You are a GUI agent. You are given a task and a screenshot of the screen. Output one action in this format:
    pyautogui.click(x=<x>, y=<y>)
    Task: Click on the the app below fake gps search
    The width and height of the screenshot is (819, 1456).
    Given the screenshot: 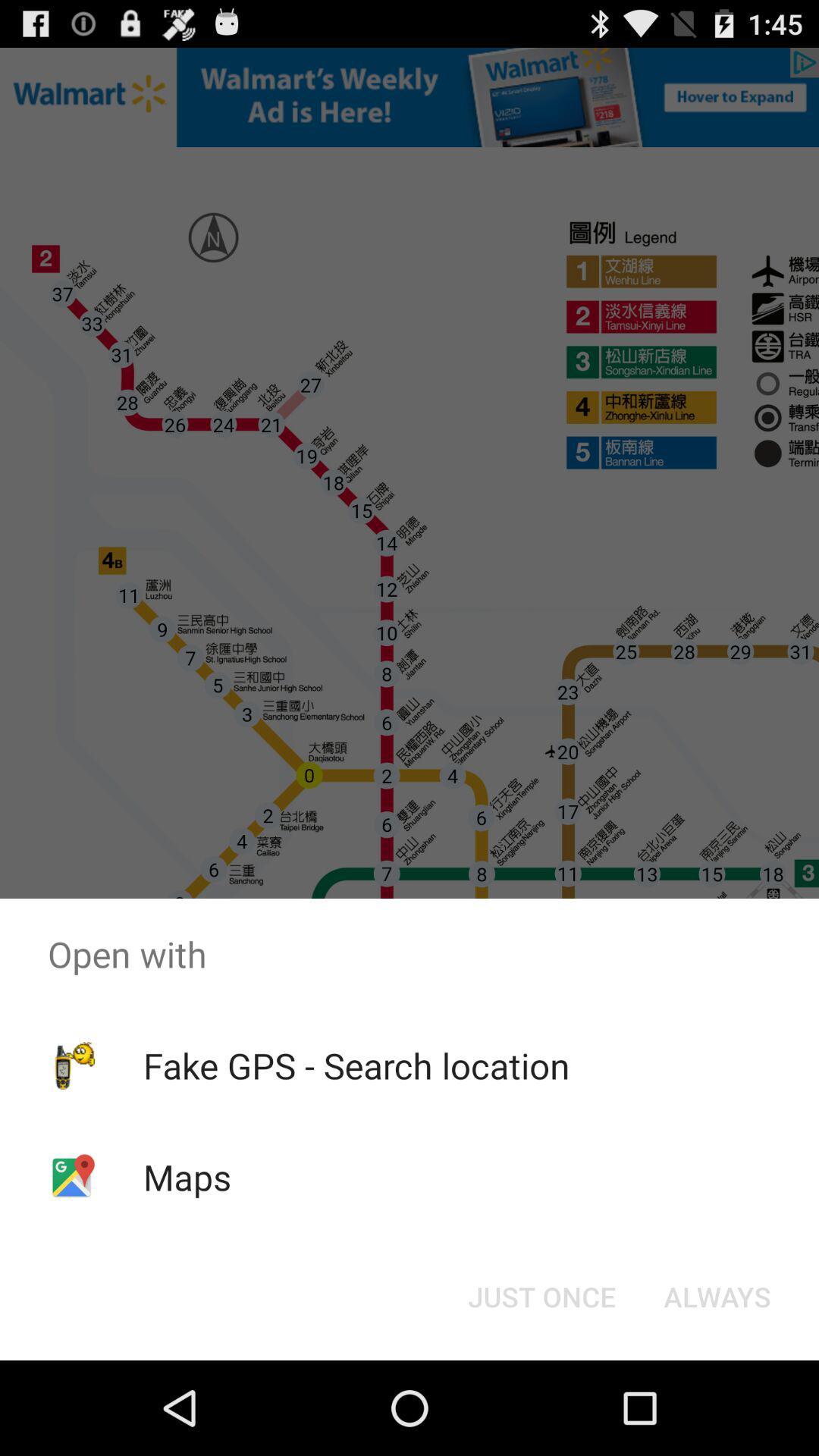 What is the action you would take?
    pyautogui.click(x=187, y=1176)
    